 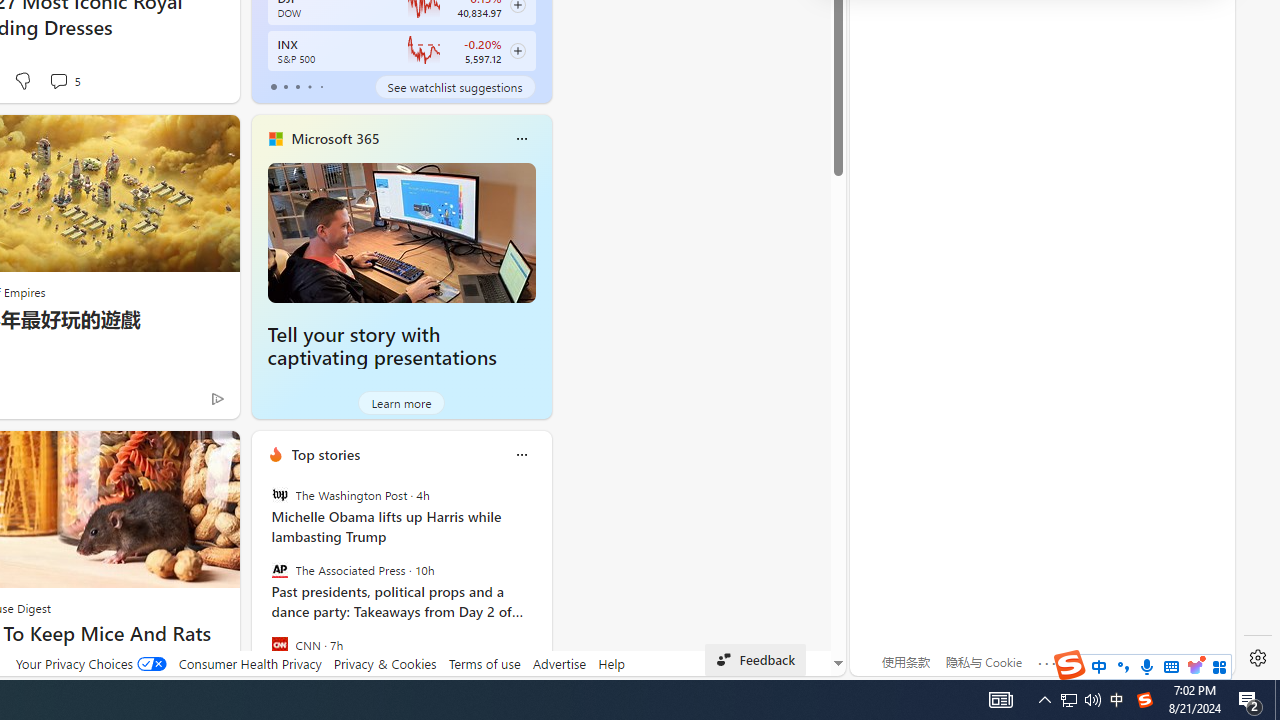 What do you see at coordinates (400, 402) in the screenshot?
I see `'Learn more'` at bounding box center [400, 402].